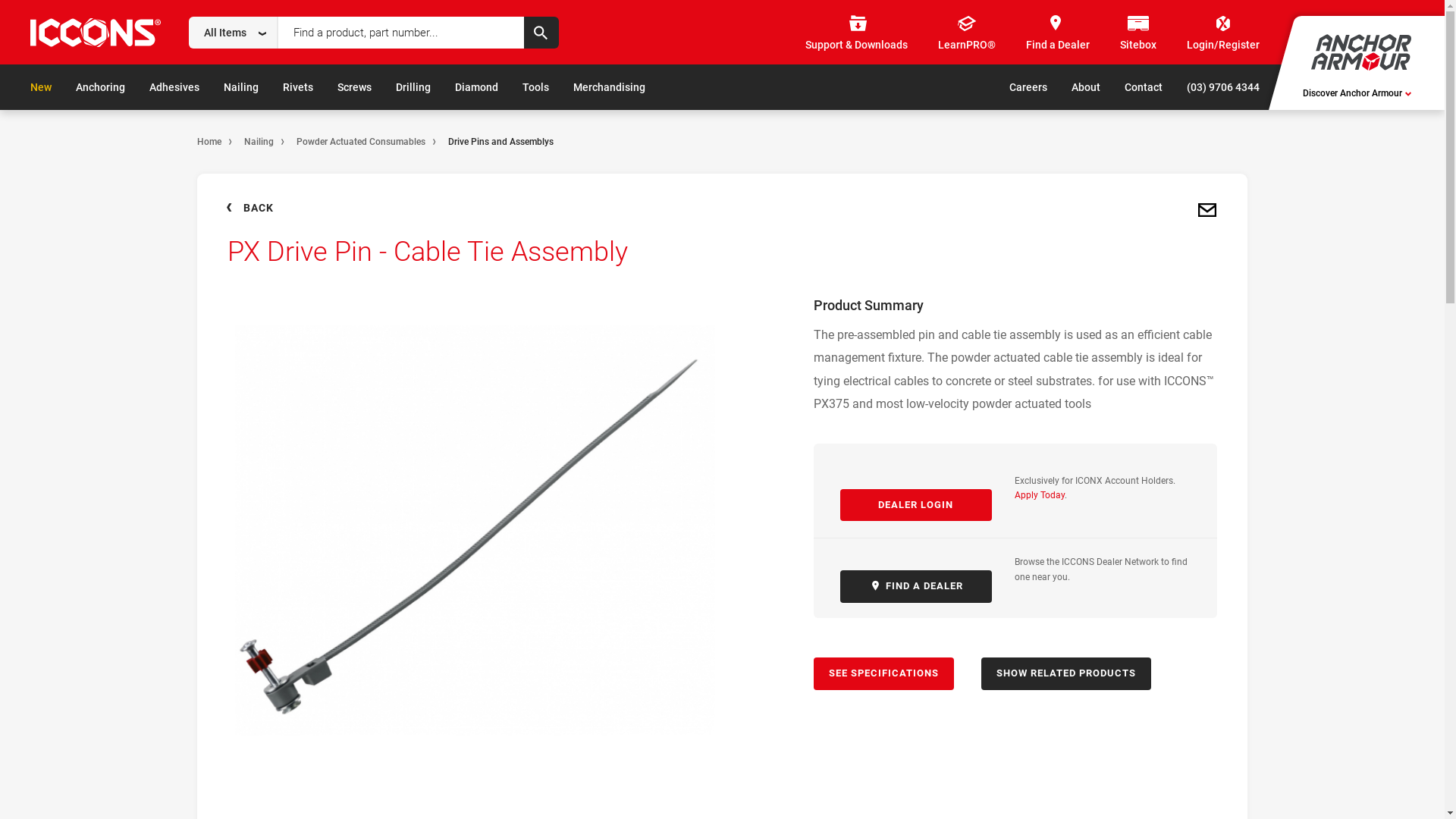 The image size is (1456, 819). I want to click on 'Find a Dealer', so click(1057, 33).